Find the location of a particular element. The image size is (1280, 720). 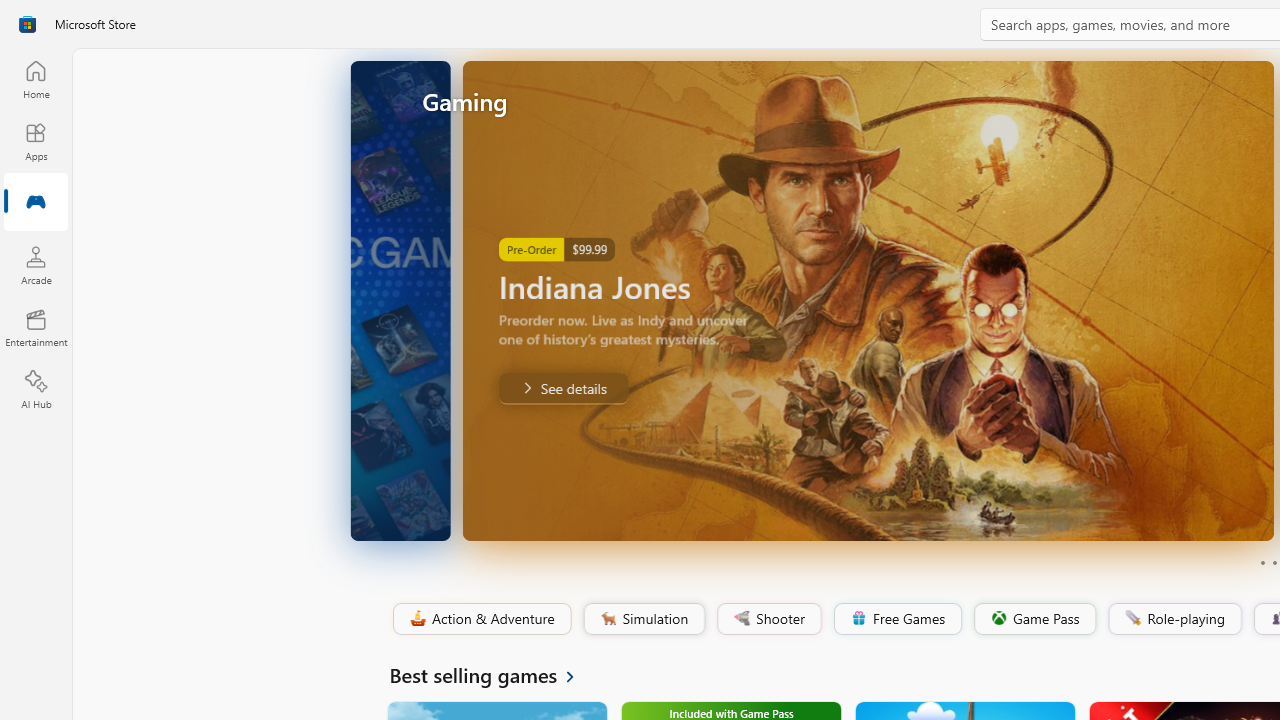

'See all  Best selling games' is located at coordinates (494, 675).